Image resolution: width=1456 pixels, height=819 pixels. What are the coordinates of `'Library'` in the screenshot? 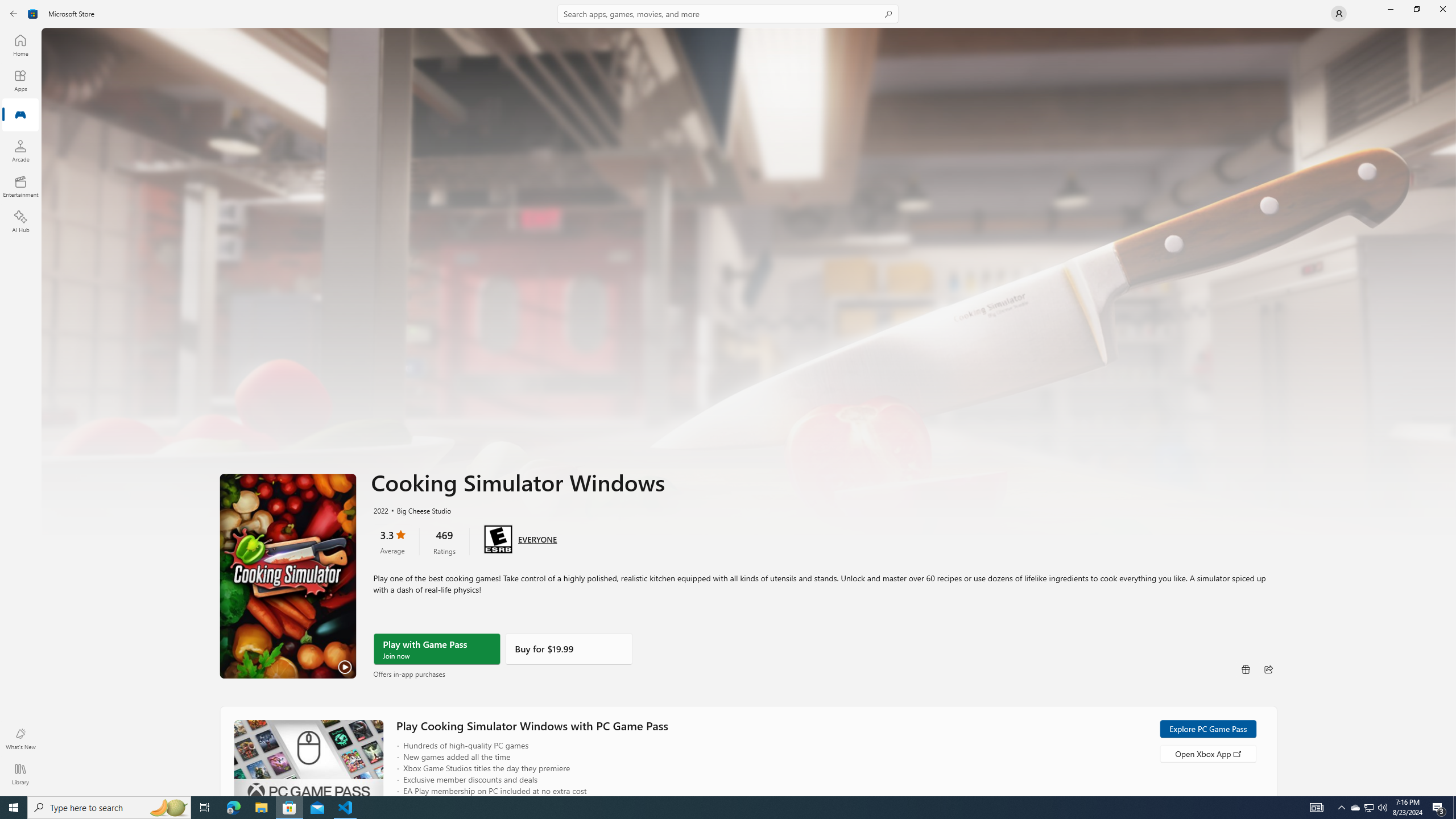 It's located at (19, 773).